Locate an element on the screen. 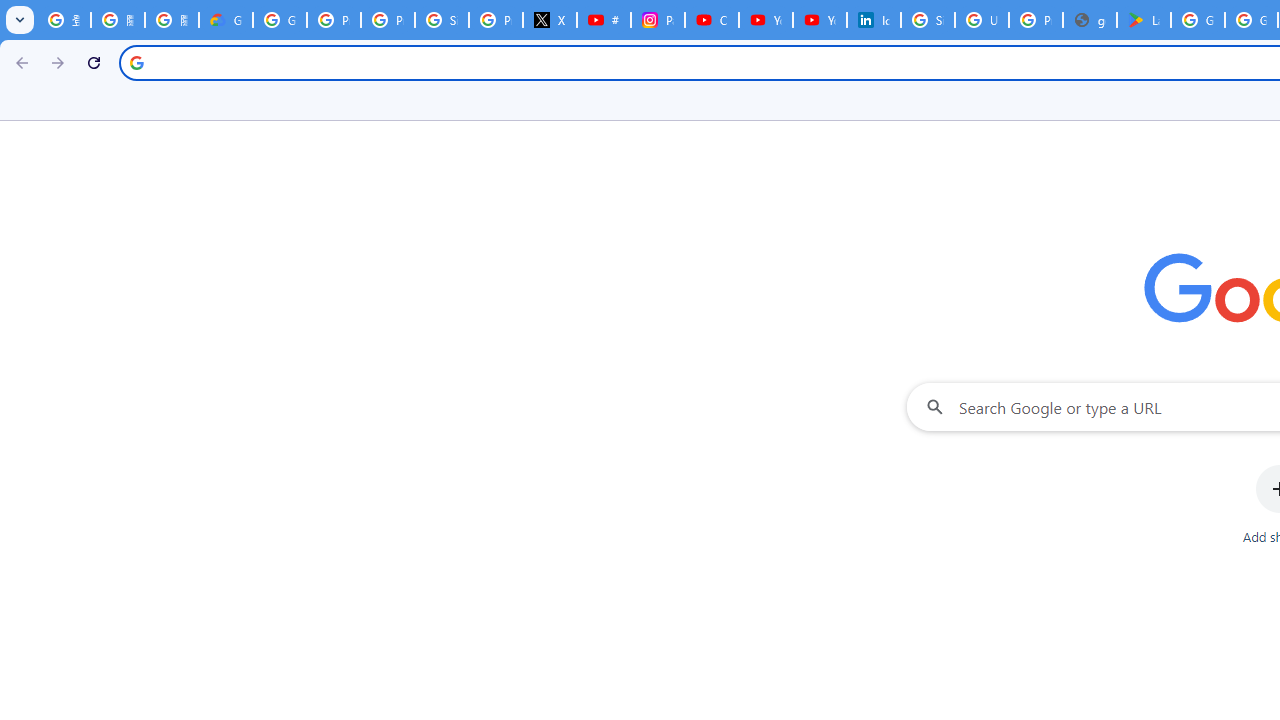 The image size is (1280, 720). 'X' is located at coordinates (550, 20).